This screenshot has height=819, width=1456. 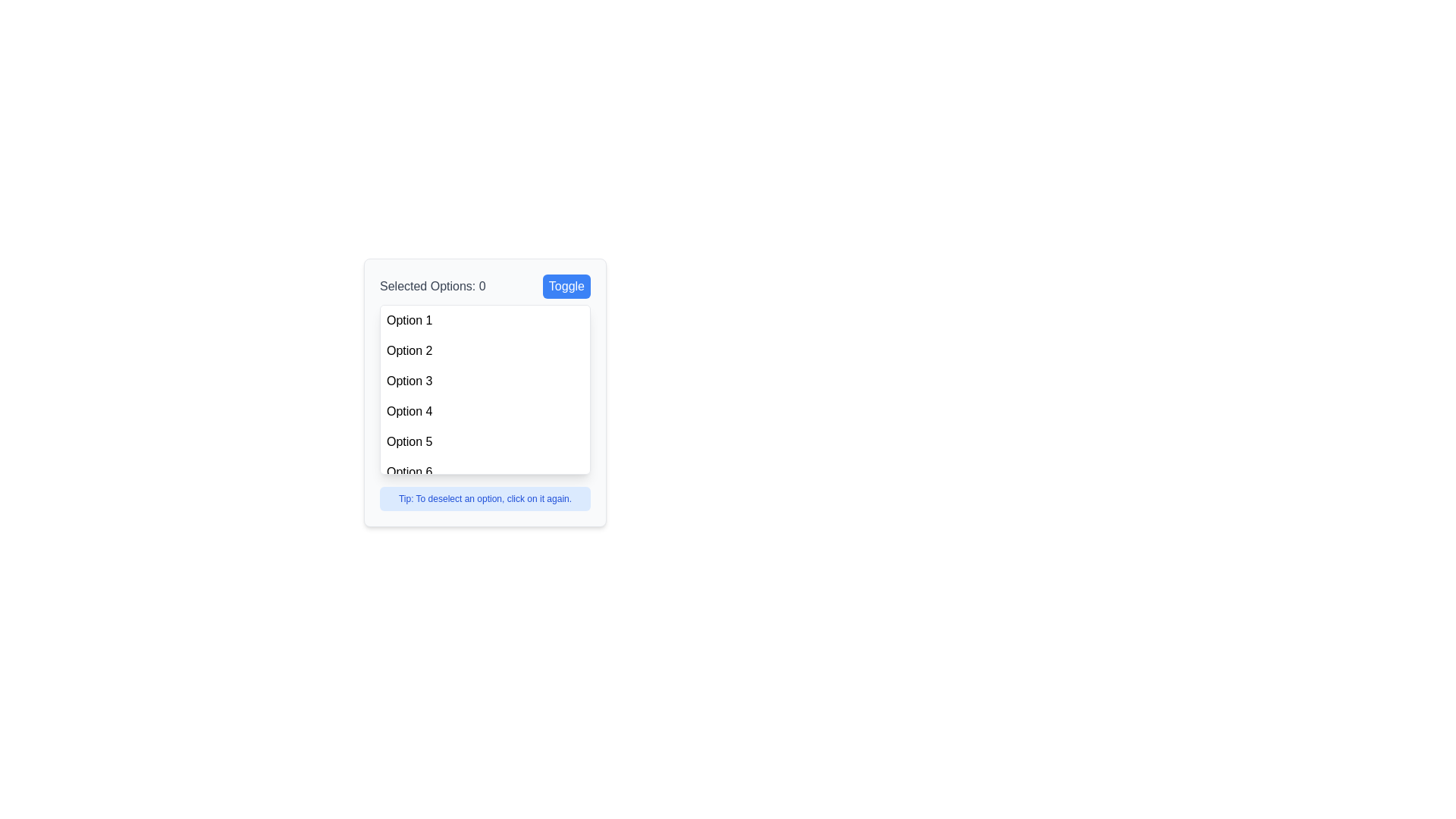 What do you see at coordinates (409, 472) in the screenshot?
I see `the 'Text' option in the dropdown list, which is the last entry in the vertical list of options positioned below 'Option 5'` at bounding box center [409, 472].